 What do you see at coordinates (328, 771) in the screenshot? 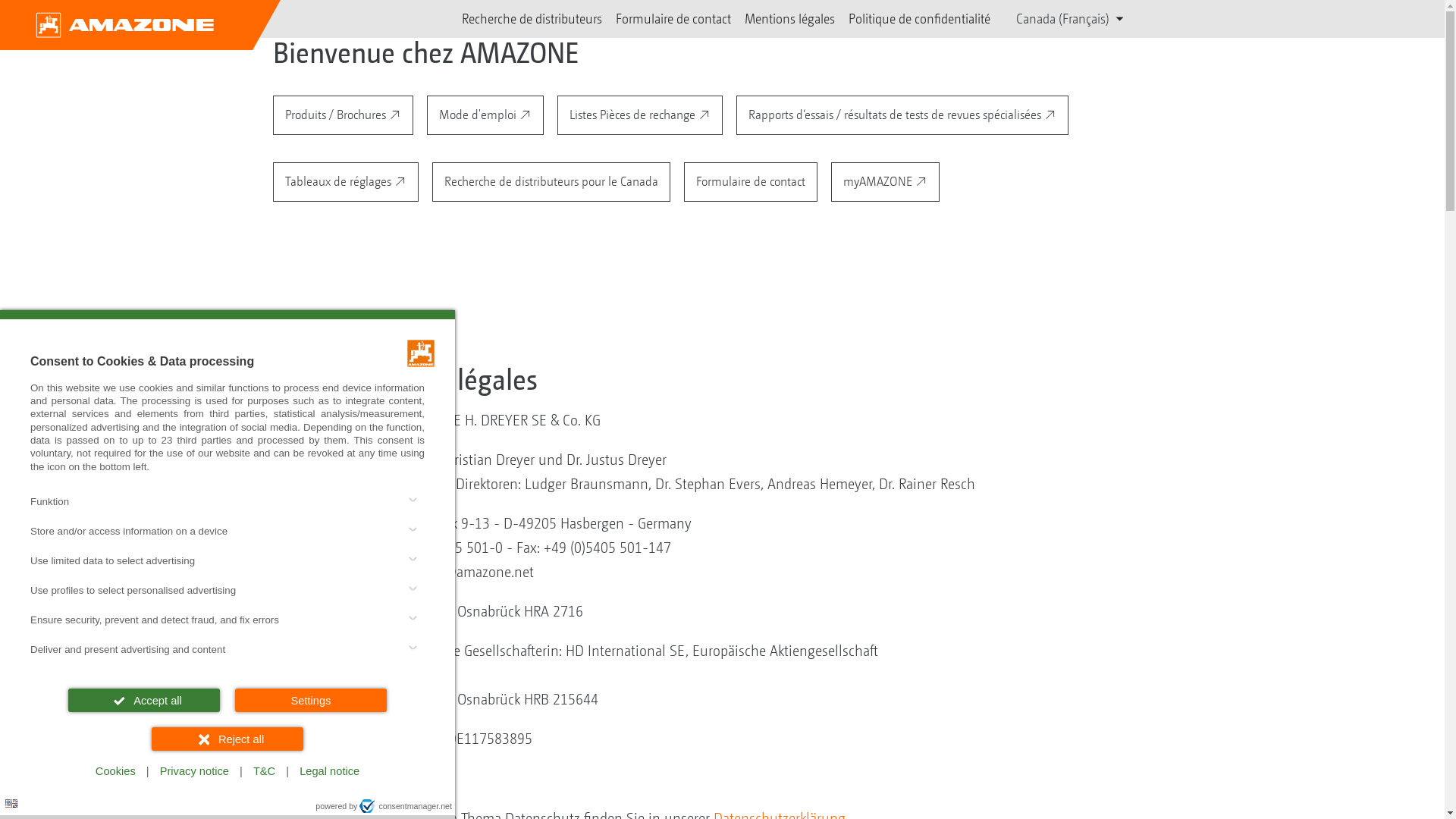
I see `'Legal notice'` at bounding box center [328, 771].